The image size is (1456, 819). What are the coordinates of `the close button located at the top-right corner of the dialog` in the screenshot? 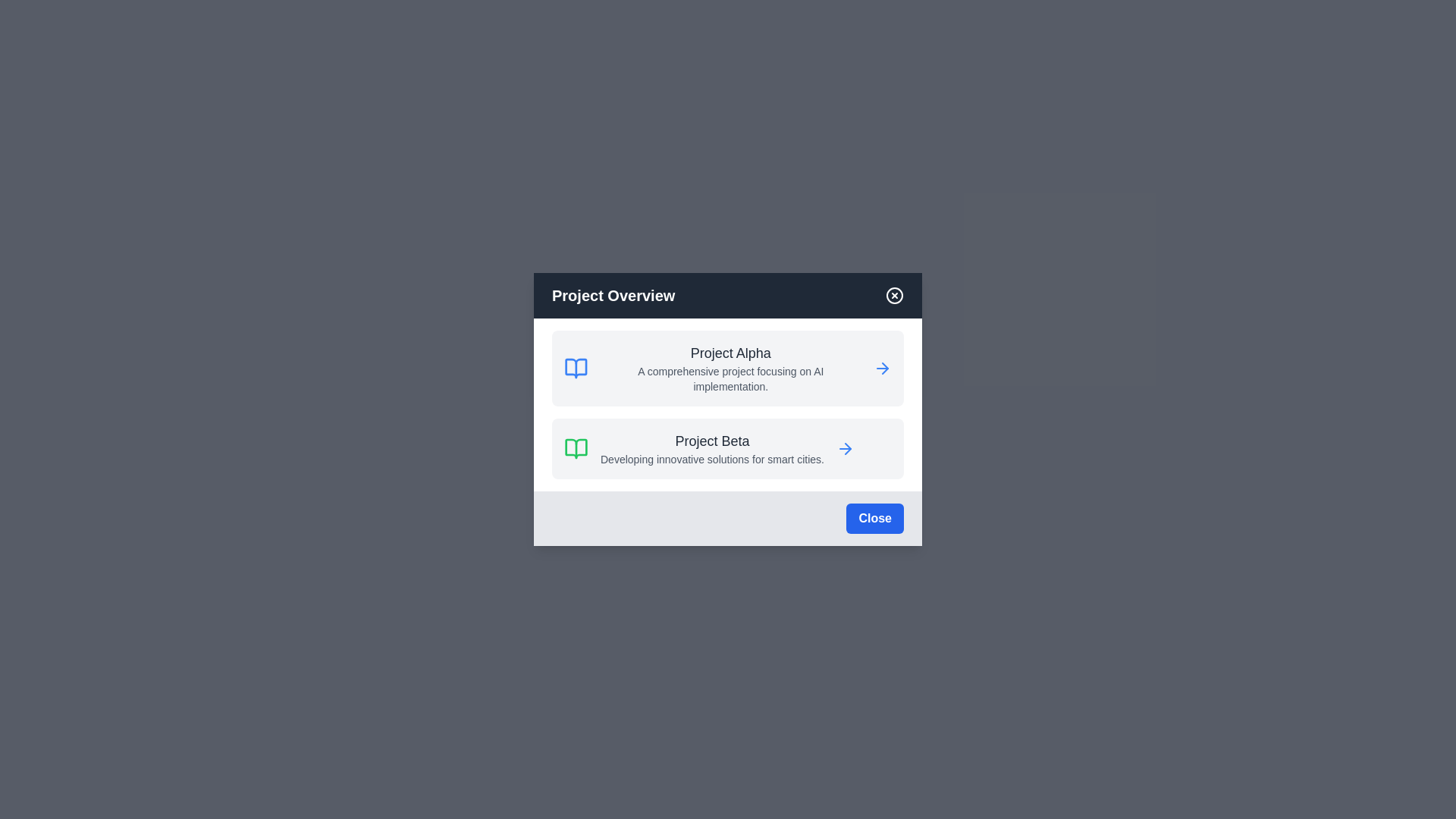 It's located at (895, 295).